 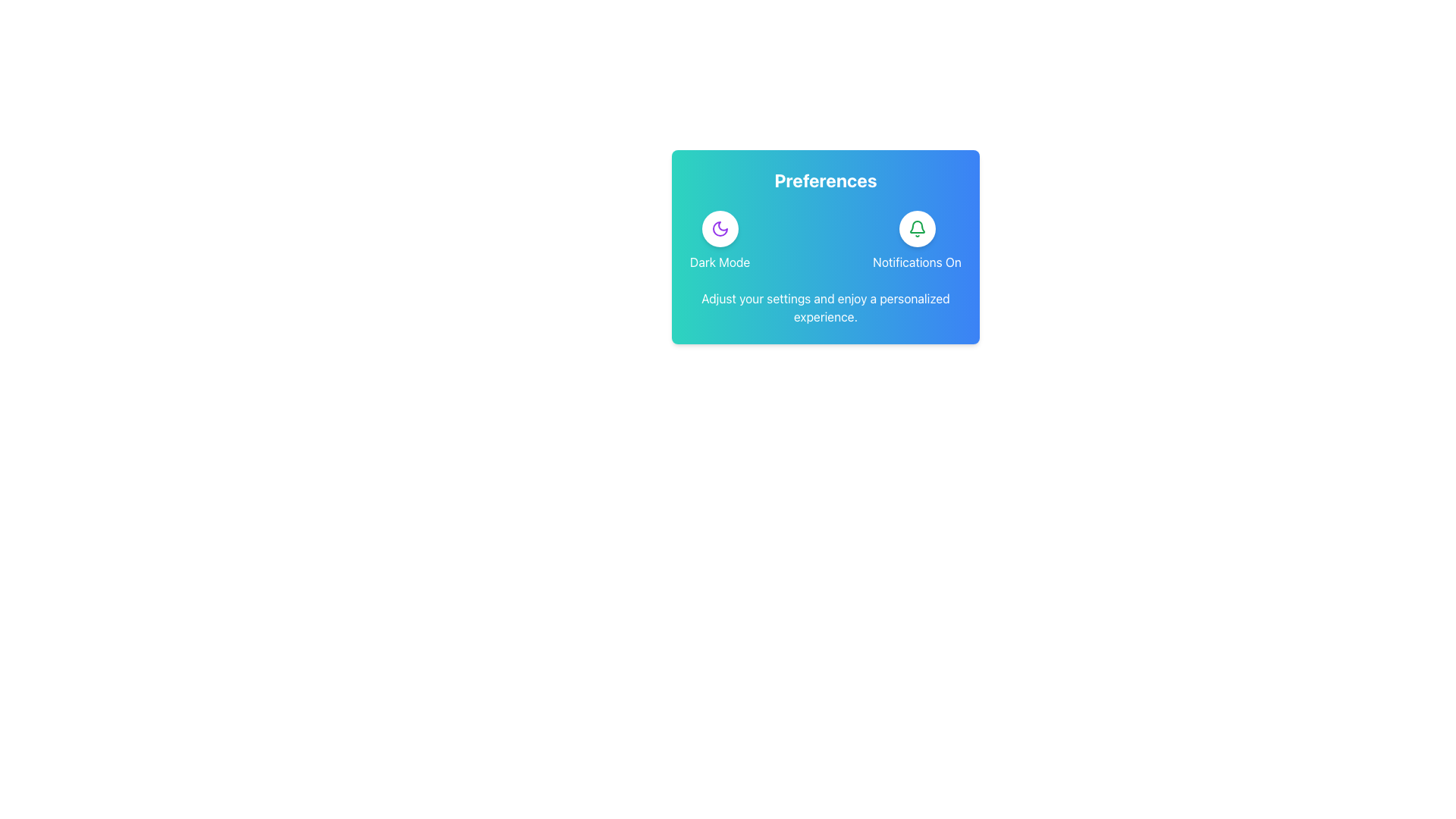 What do you see at coordinates (916, 227) in the screenshot?
I see `the notification bell icon located in the preferences section of the interface` at bounding box center [916, 227].